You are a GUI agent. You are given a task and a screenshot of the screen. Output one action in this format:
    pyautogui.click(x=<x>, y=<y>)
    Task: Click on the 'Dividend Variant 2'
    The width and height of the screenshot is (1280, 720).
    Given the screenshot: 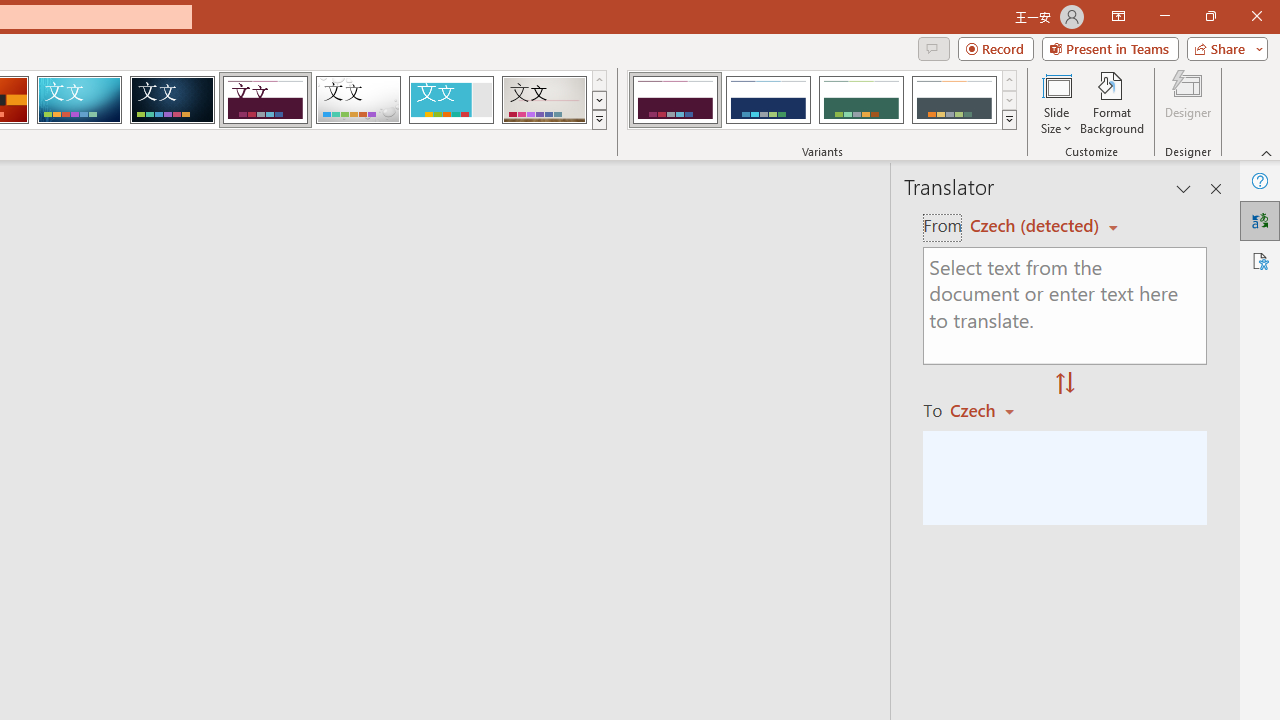 What is the action you would take?
    pyautogui.click(x=767, y=100)
    